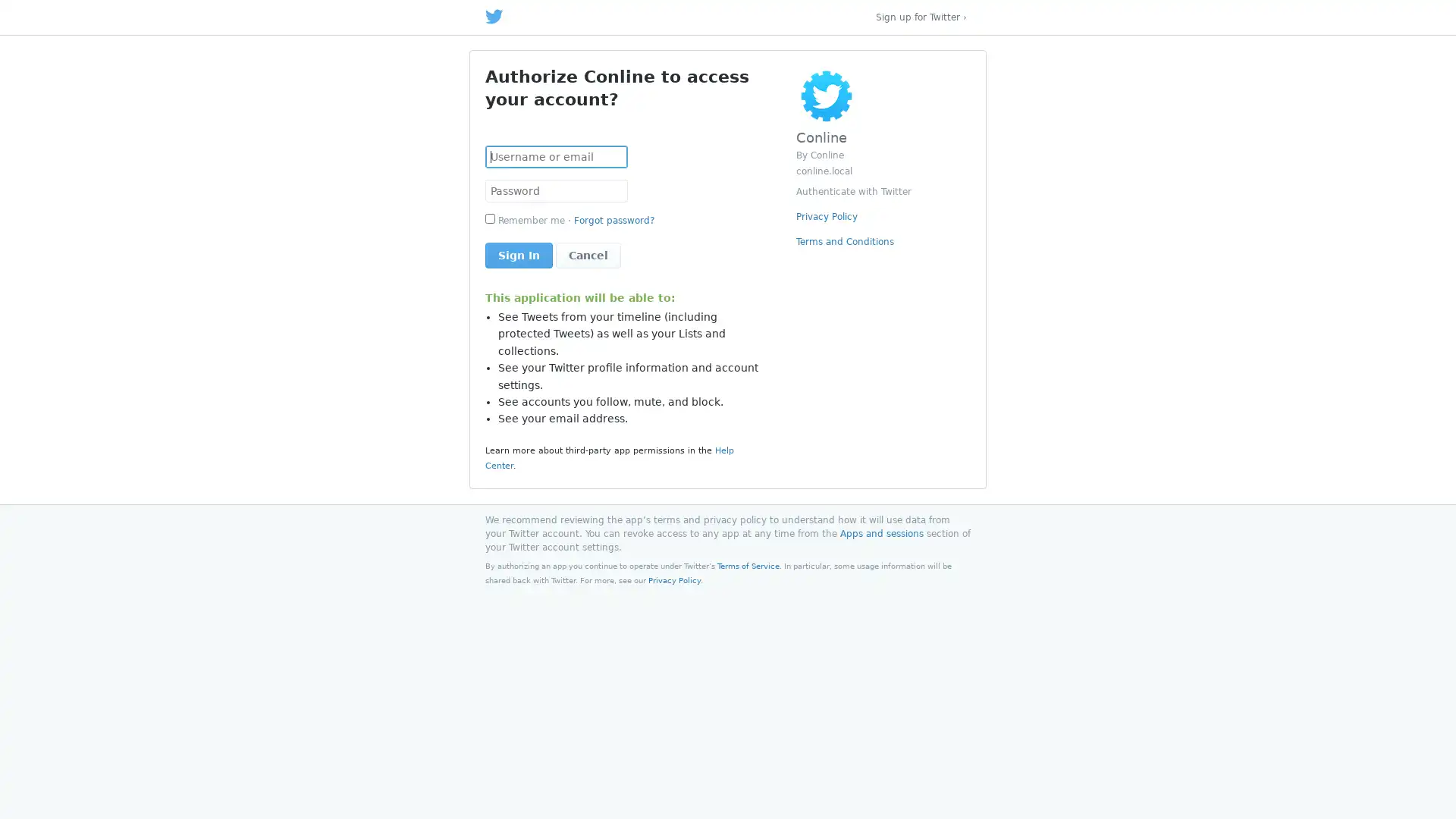 This screenshot has height=819, width=1456. Describe the element at coordinates (519, 254) in the screenshot. I see `Sign In` at that location.